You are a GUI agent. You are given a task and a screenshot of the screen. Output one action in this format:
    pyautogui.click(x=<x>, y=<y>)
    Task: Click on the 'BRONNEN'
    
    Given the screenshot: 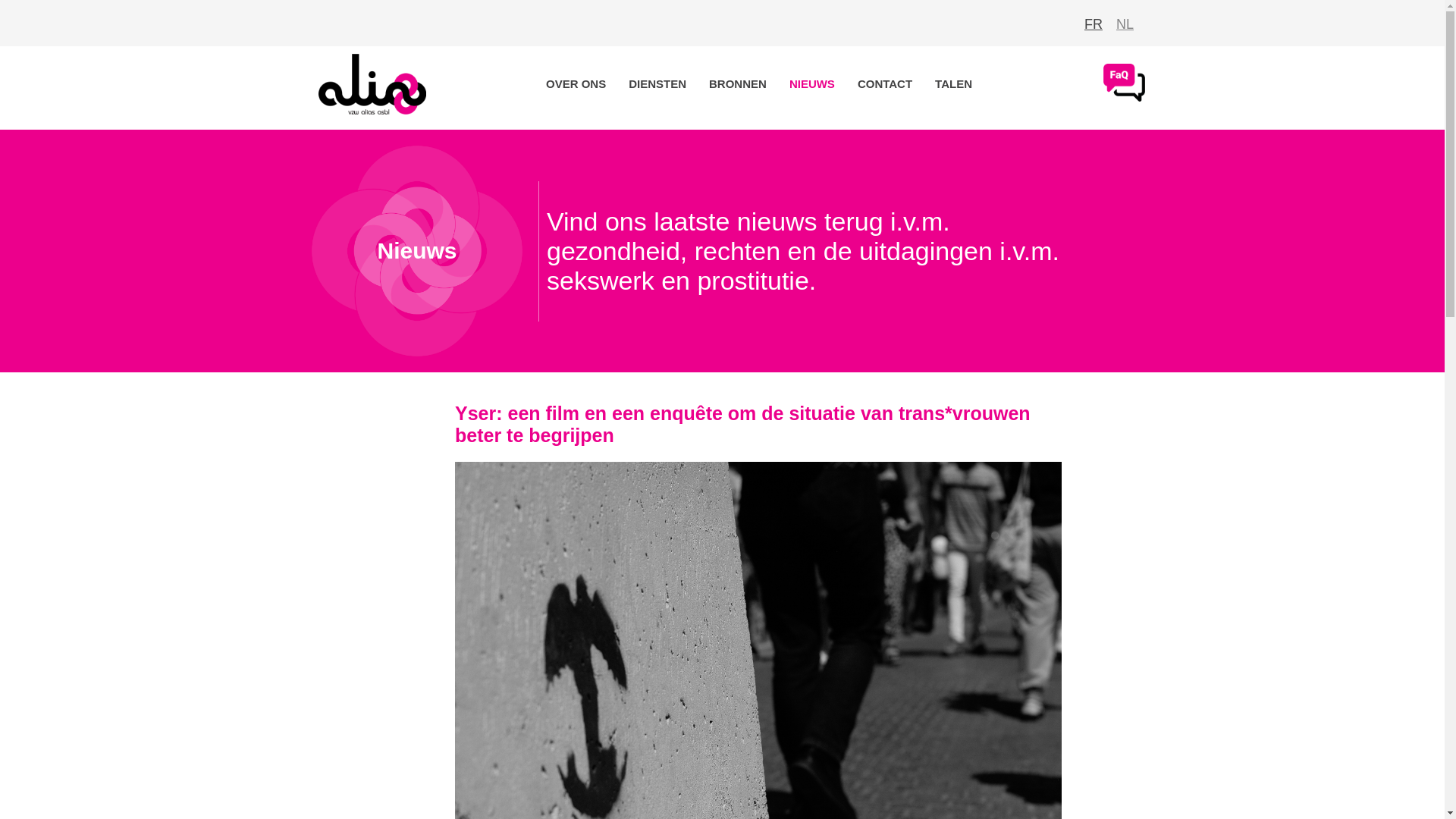 What is the action you would take?
    pyautogui.click(x=738, y=83)
    